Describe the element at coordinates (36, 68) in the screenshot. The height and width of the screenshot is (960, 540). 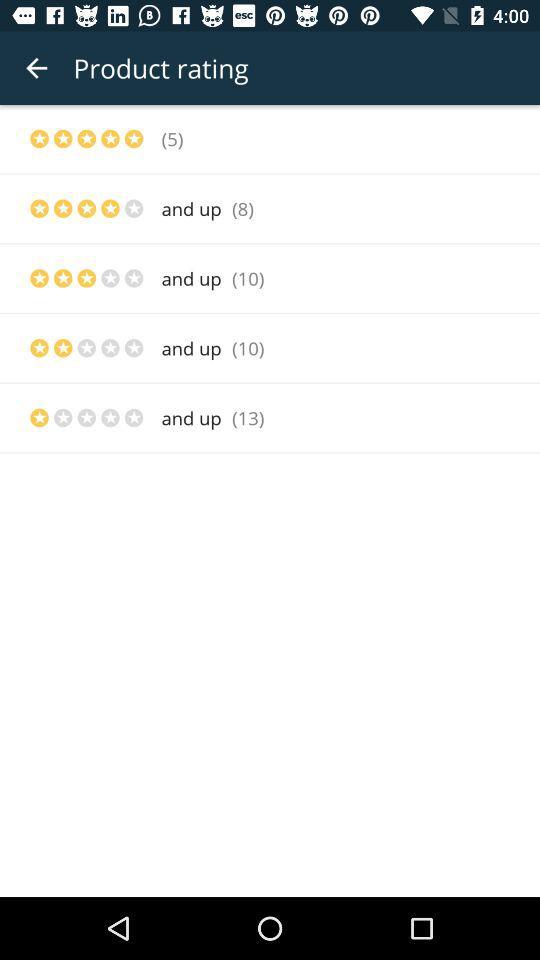
I see `item to the left of product rating item` at that location.